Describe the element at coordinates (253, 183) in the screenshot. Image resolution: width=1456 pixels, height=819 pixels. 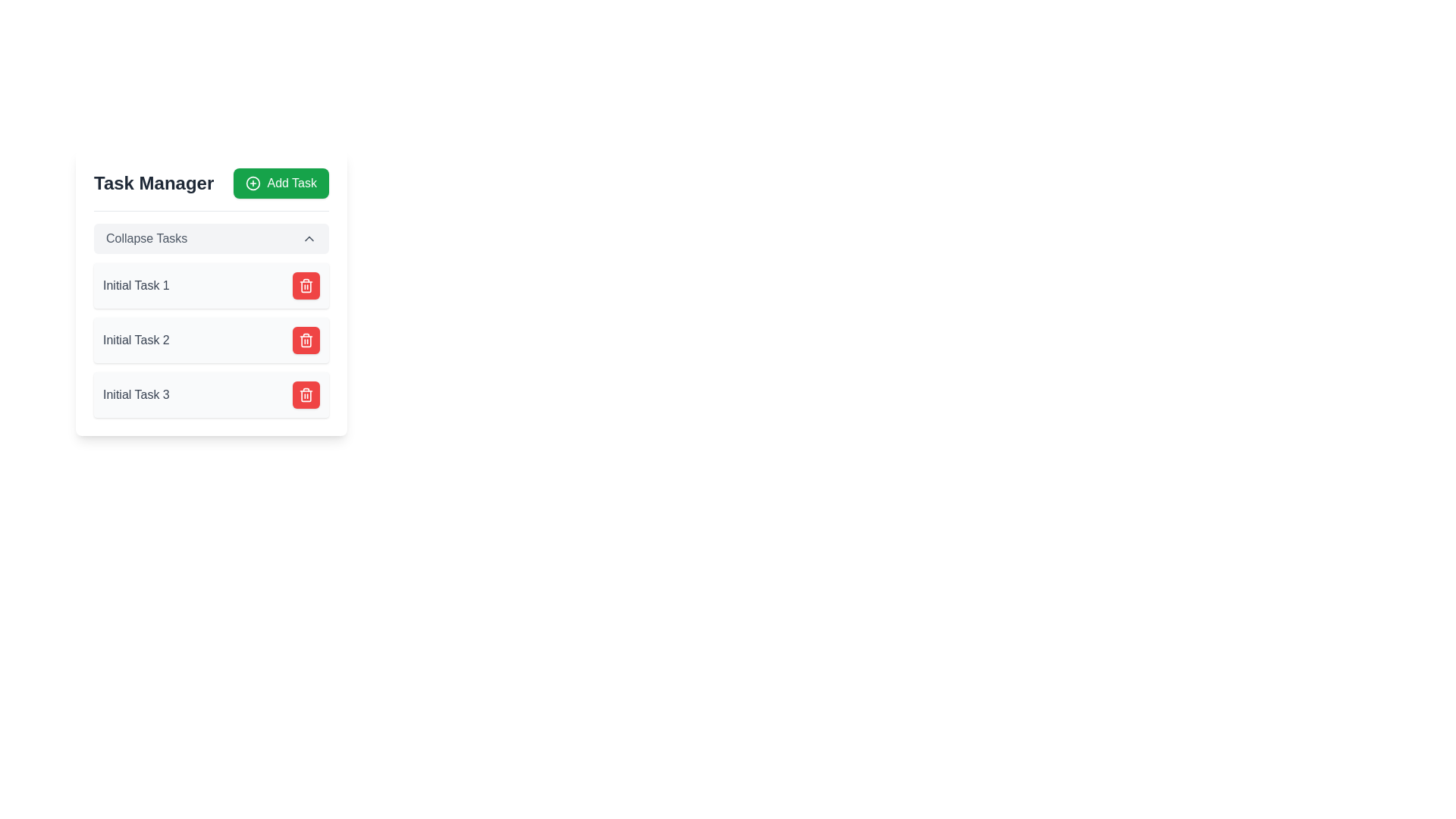
I see `the circular outline graphic element that is part of an icon representing an action, located to the left of the 'Add Task' button in the 'Task Manager' widget` at that location.